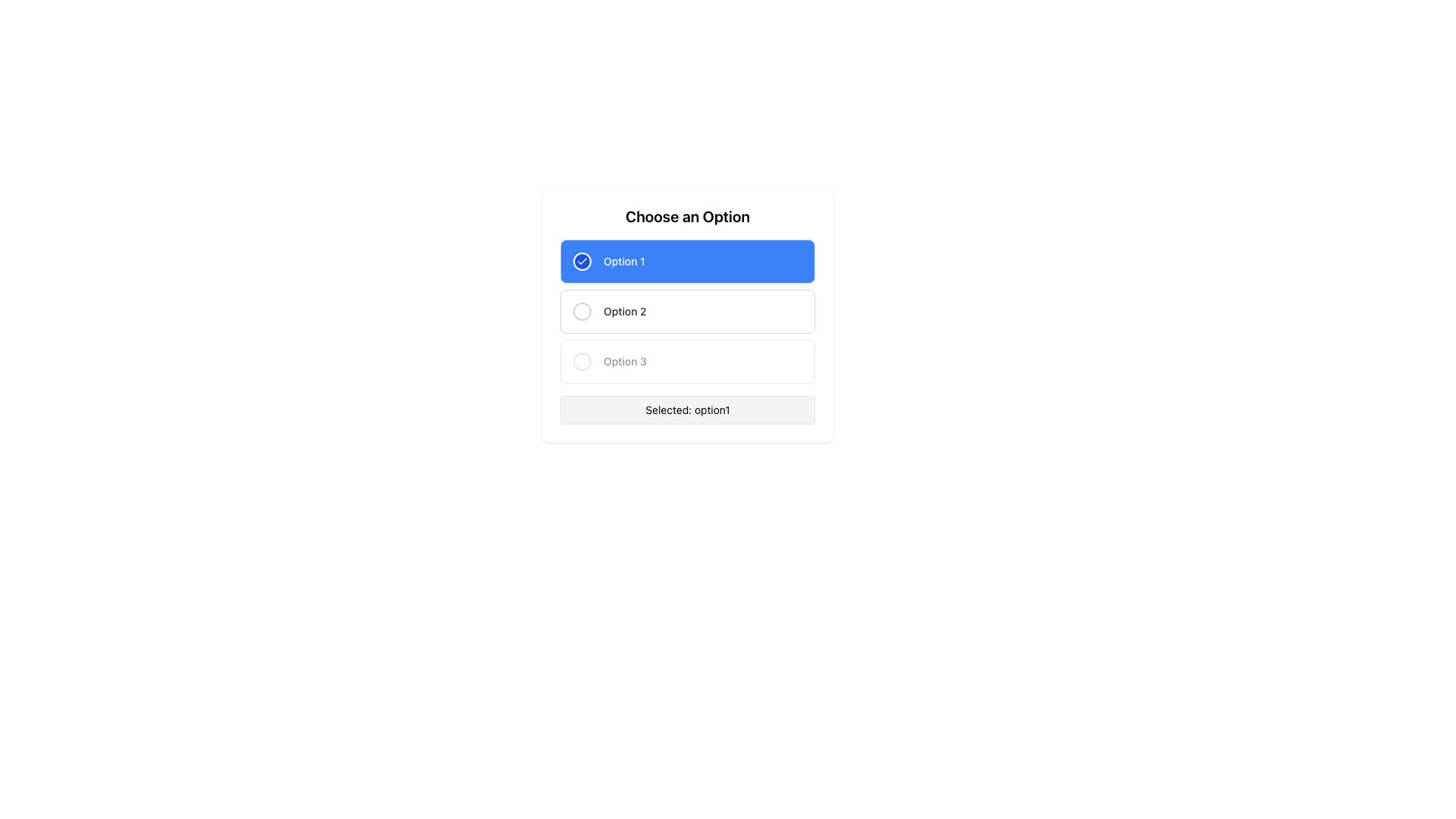 The image size is (1456, 819). What do you see at coordinates (625, 311) in the screenshot?
I see `the static label text 'Option 2' which is styled with medium font weight and small size, located to the right of the circular indicator within the second interactive option box in a vertical selection list` at bounding box center [625, 311].